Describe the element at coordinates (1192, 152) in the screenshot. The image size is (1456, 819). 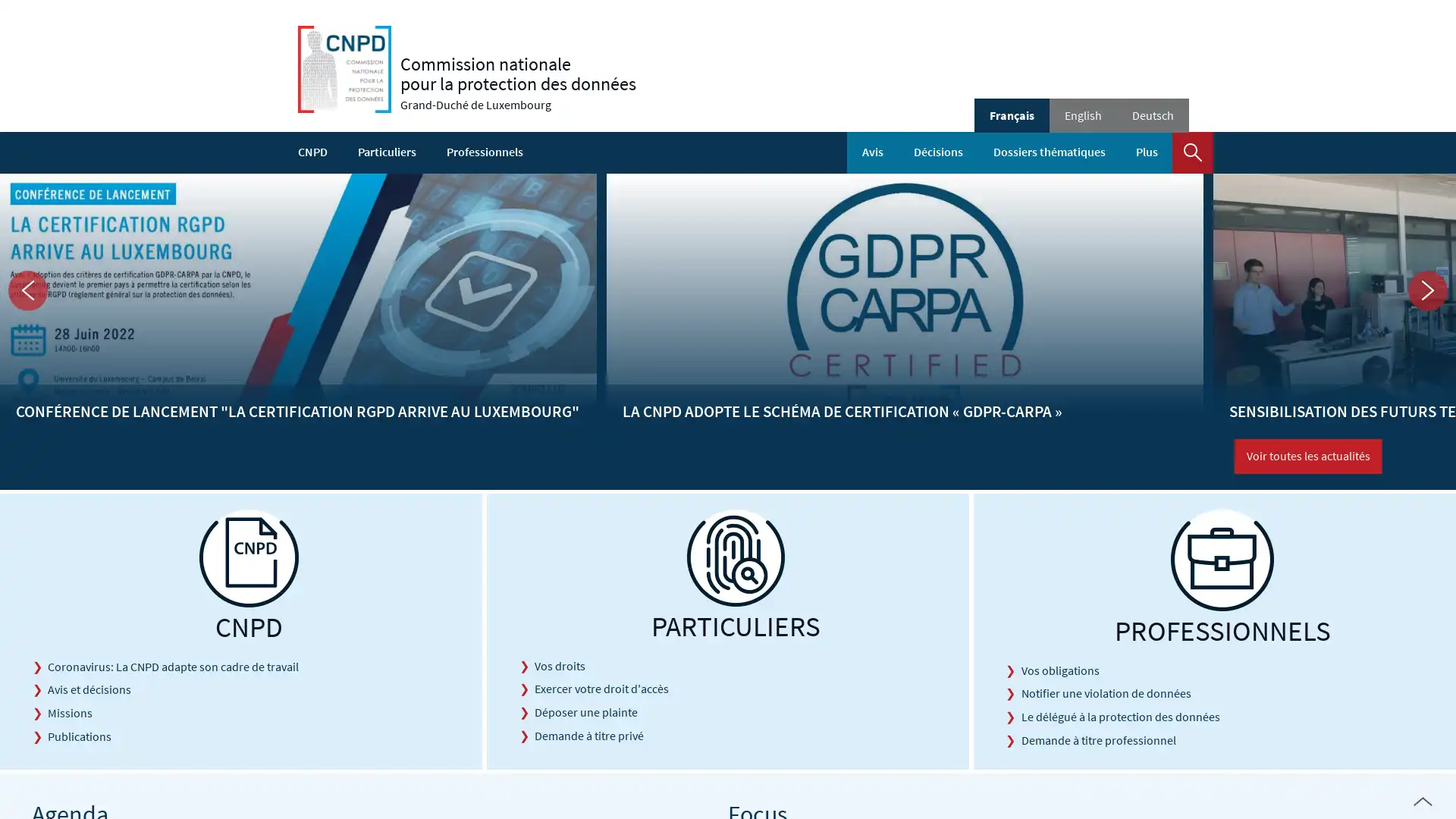
I see `Rechercher` at that location.